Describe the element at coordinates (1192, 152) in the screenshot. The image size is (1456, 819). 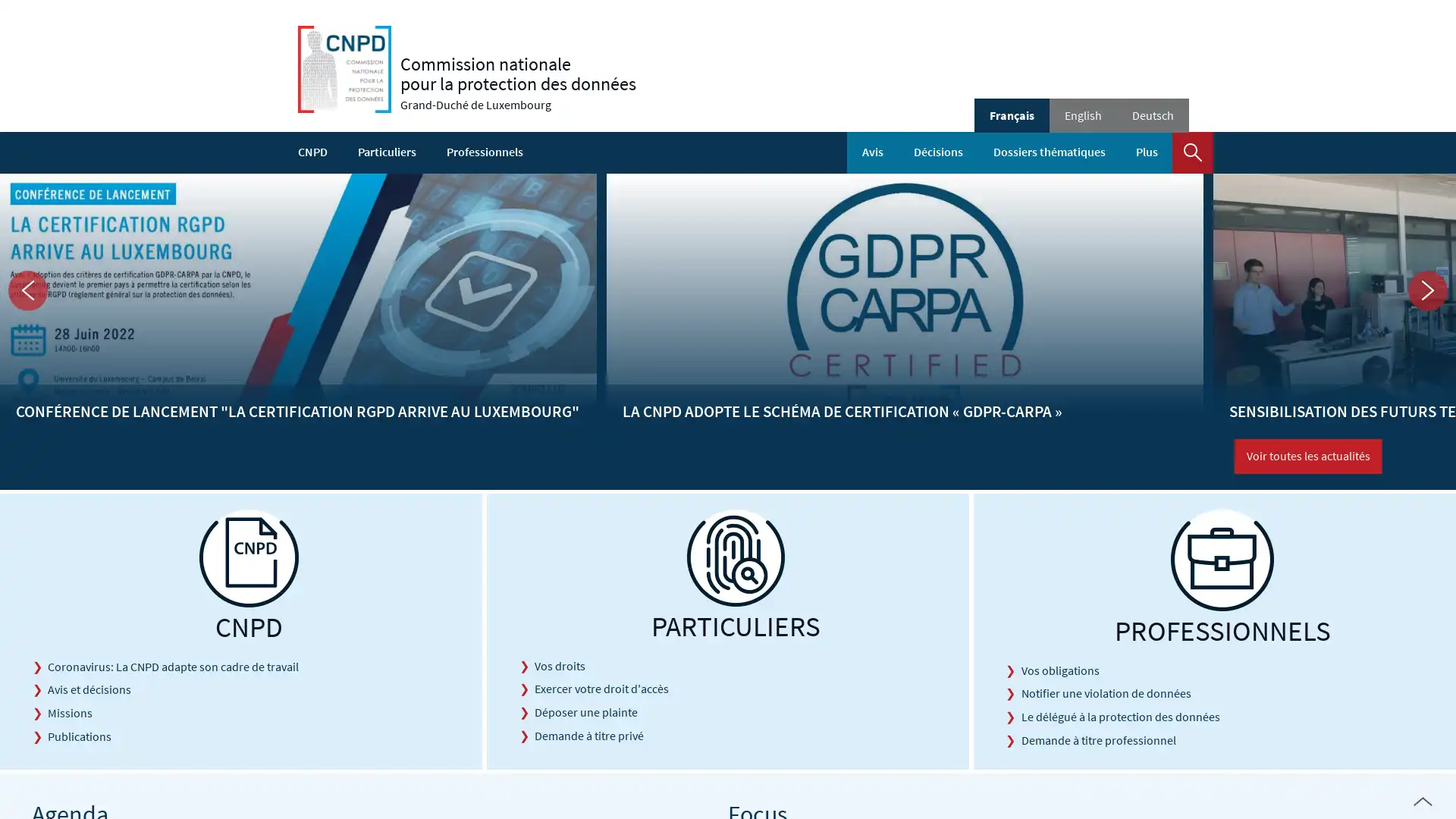
I see `Rechercher` at that location.